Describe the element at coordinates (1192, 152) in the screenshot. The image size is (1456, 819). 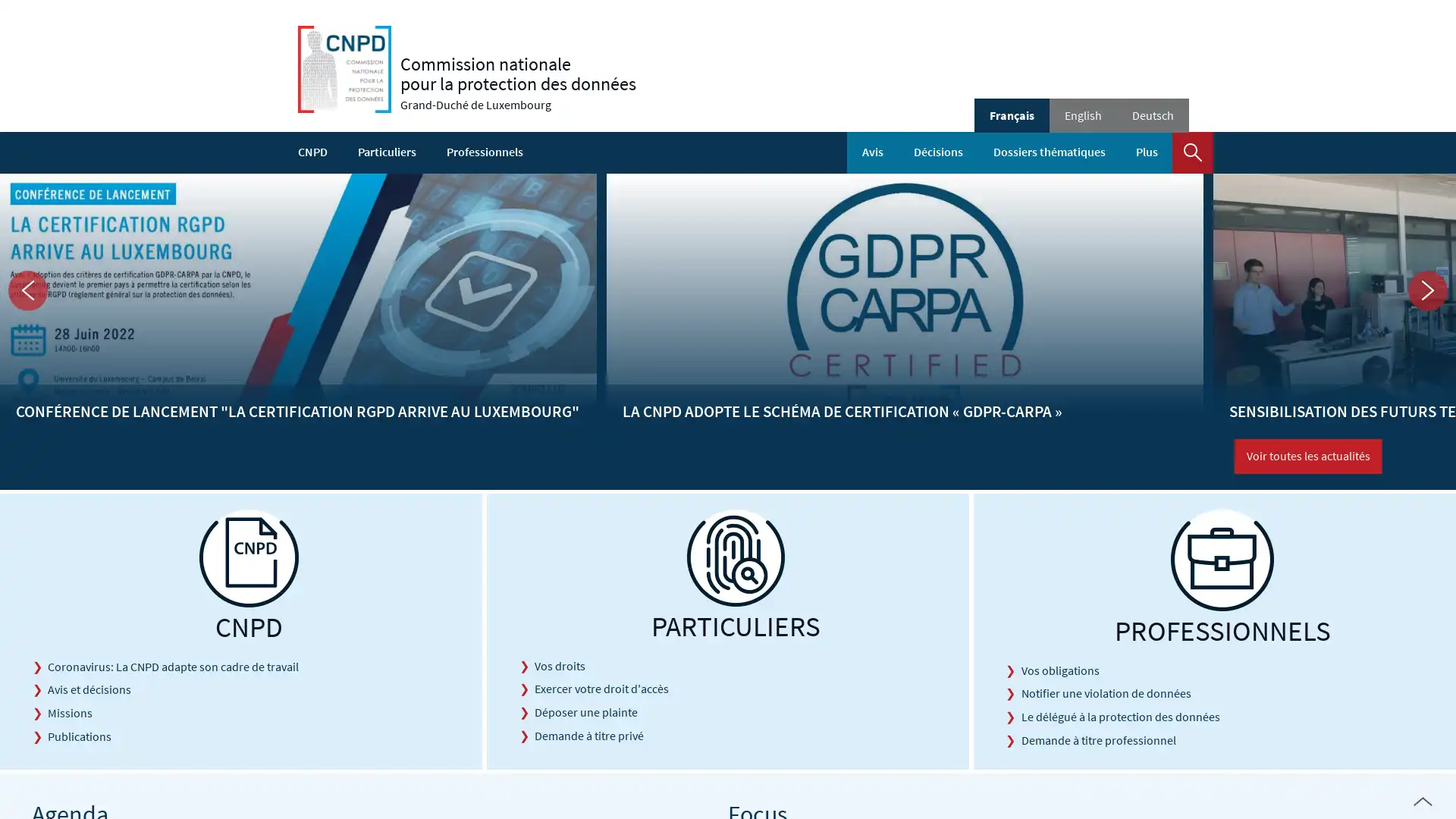
I see `Rechercher` at that location.